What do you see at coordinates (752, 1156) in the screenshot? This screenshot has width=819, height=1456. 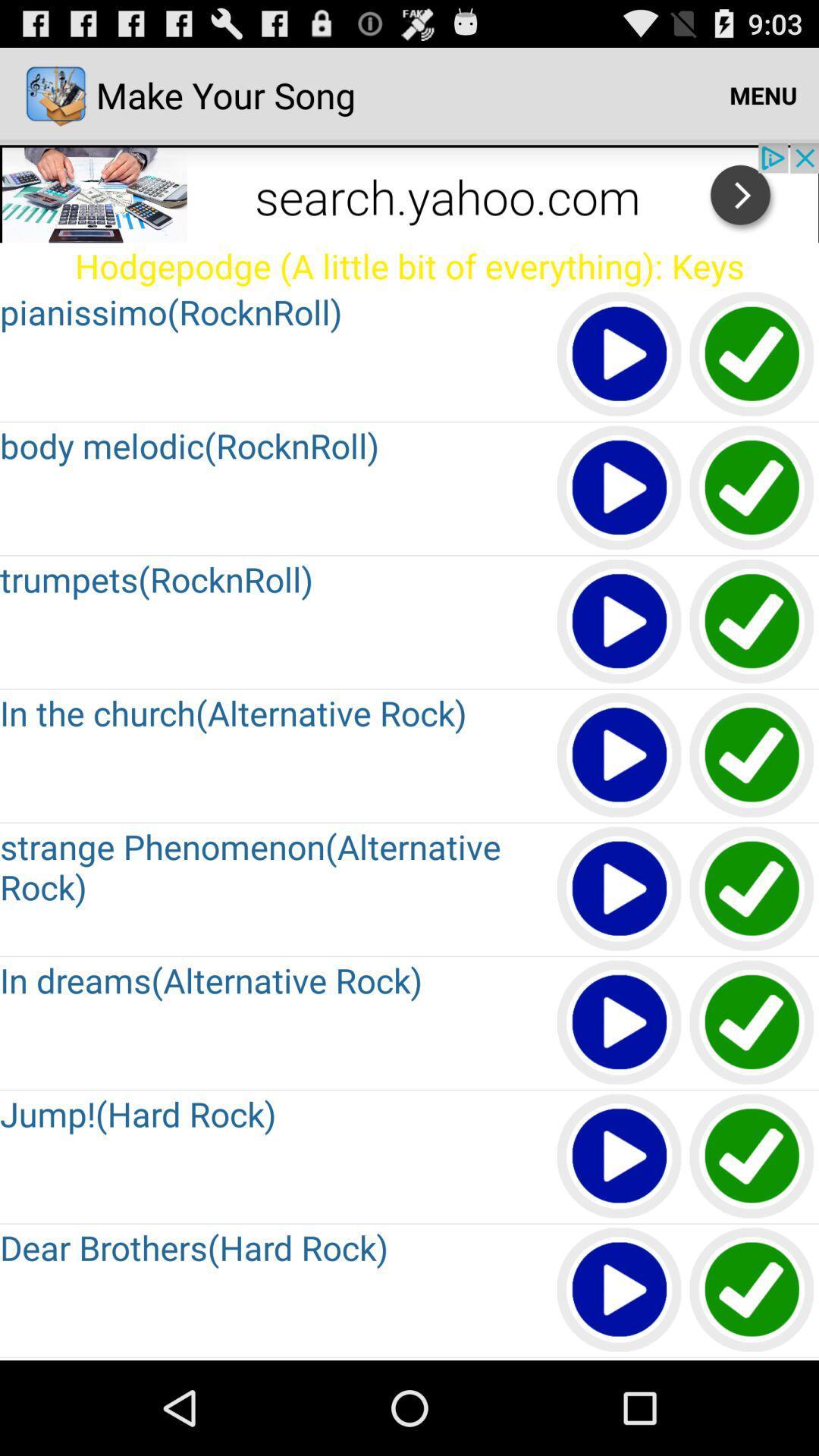 I see `correct` at bounding box center [752, 1156].